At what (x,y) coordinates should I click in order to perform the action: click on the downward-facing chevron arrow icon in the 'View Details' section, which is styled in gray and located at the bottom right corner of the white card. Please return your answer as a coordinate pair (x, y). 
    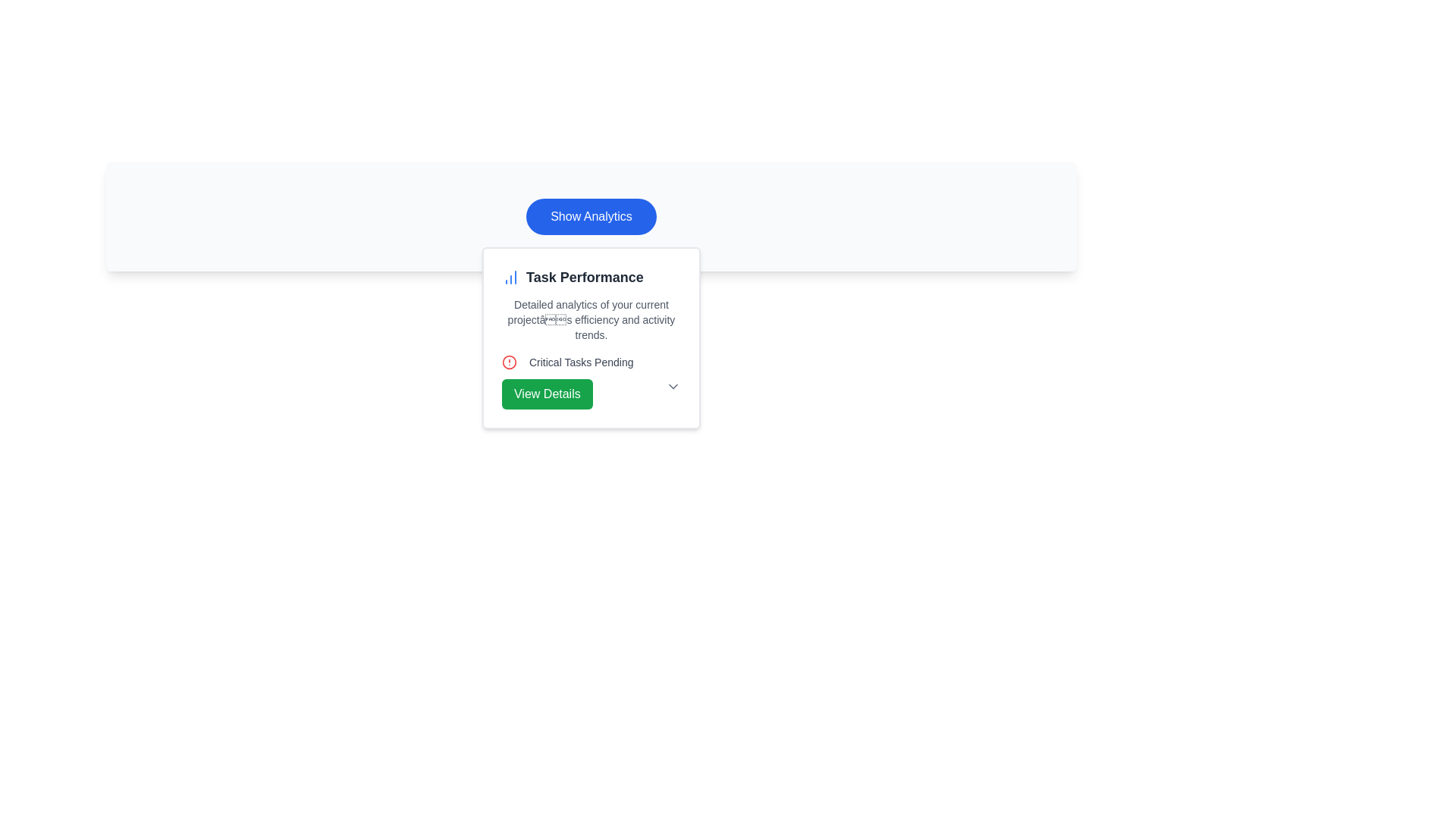
    Looking at the image, I should click on (673, 385).